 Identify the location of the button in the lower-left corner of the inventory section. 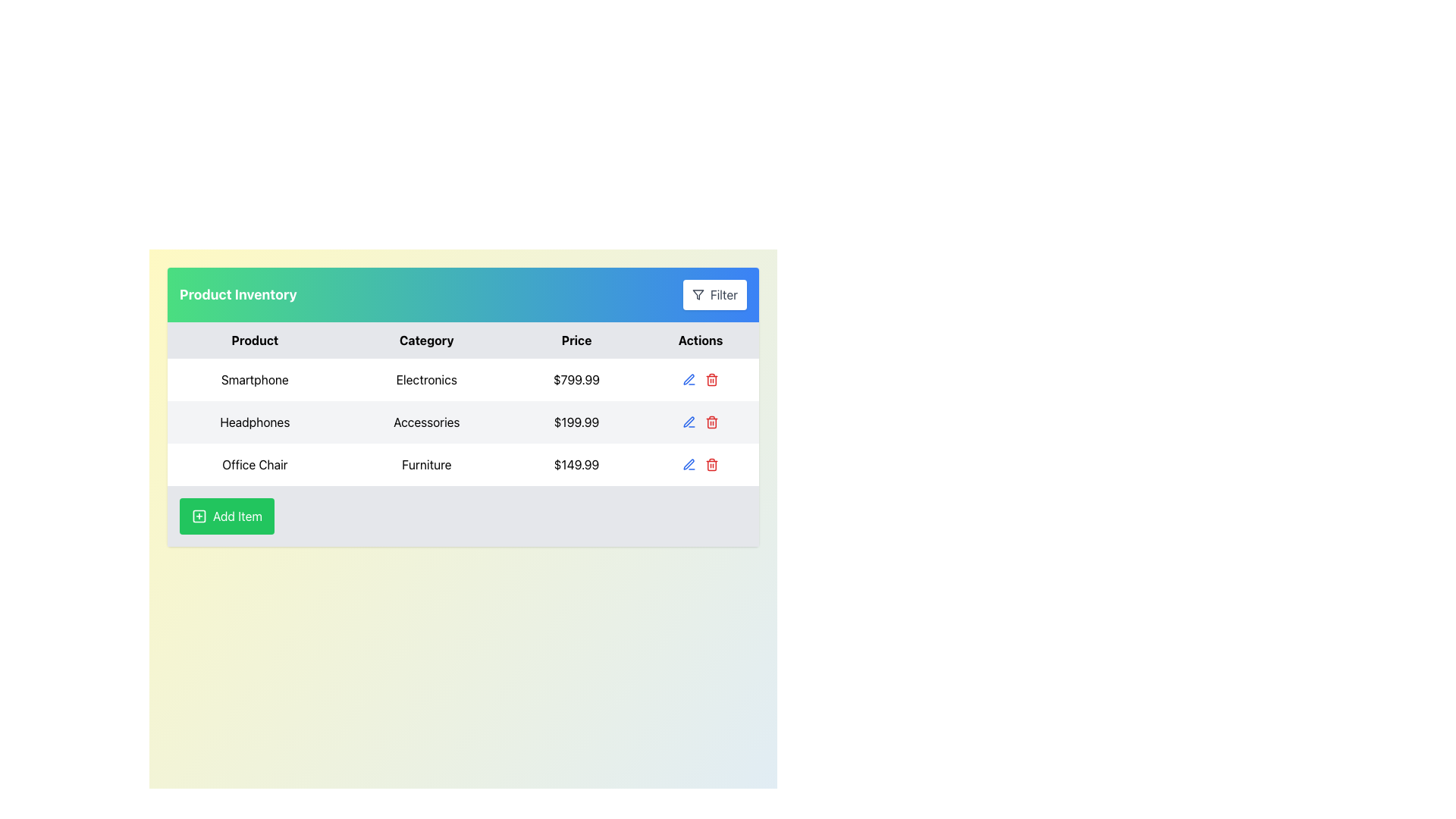
(226, 516).